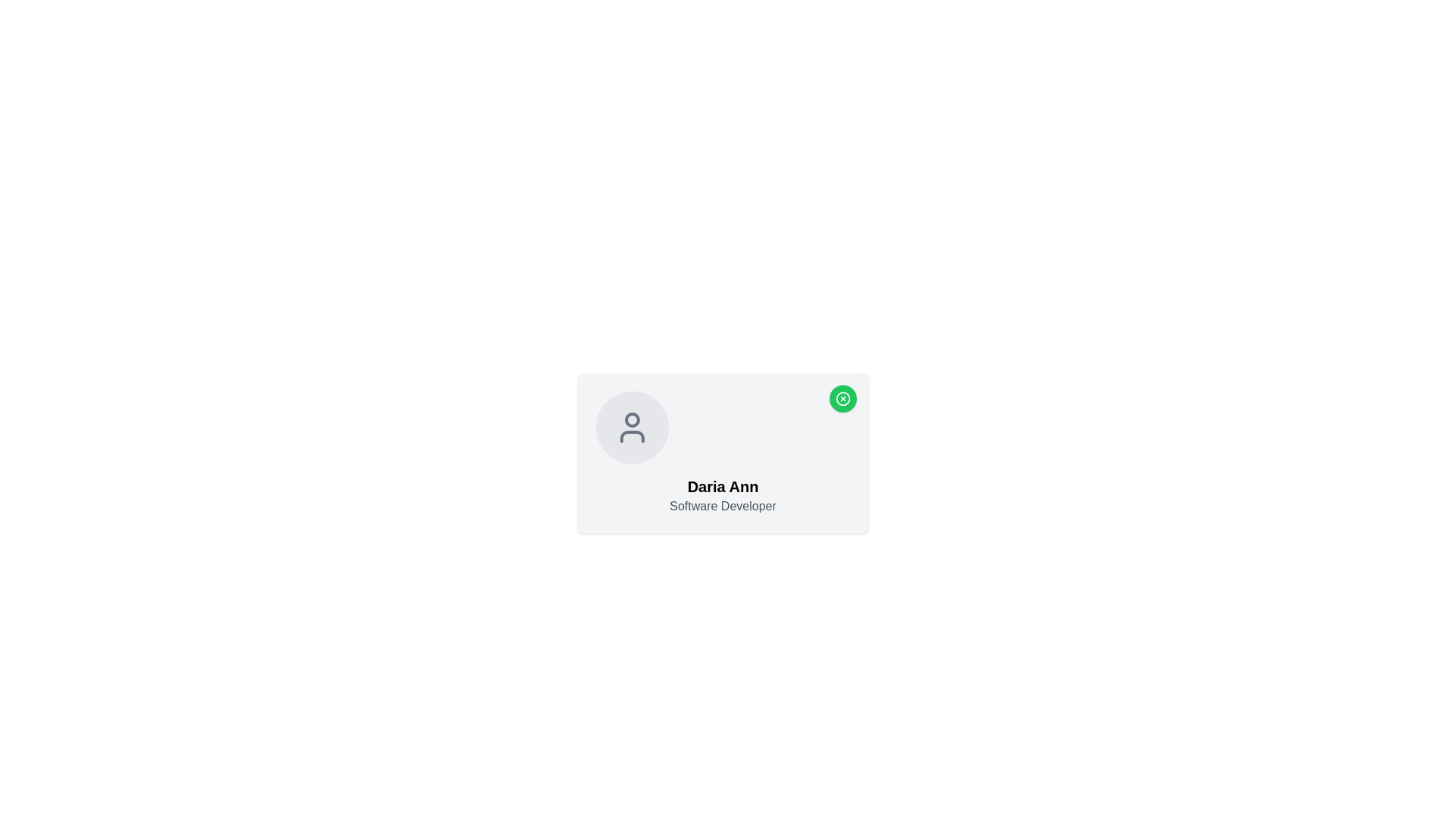 The height and width of the screenshot is (819, 1456). Describe the element at coordinates (722, 452) in the screenshot. I see `textual information from the Card component, which includes the name and role description located within the rectangular card with a green circular button at the top right corner` at that location.